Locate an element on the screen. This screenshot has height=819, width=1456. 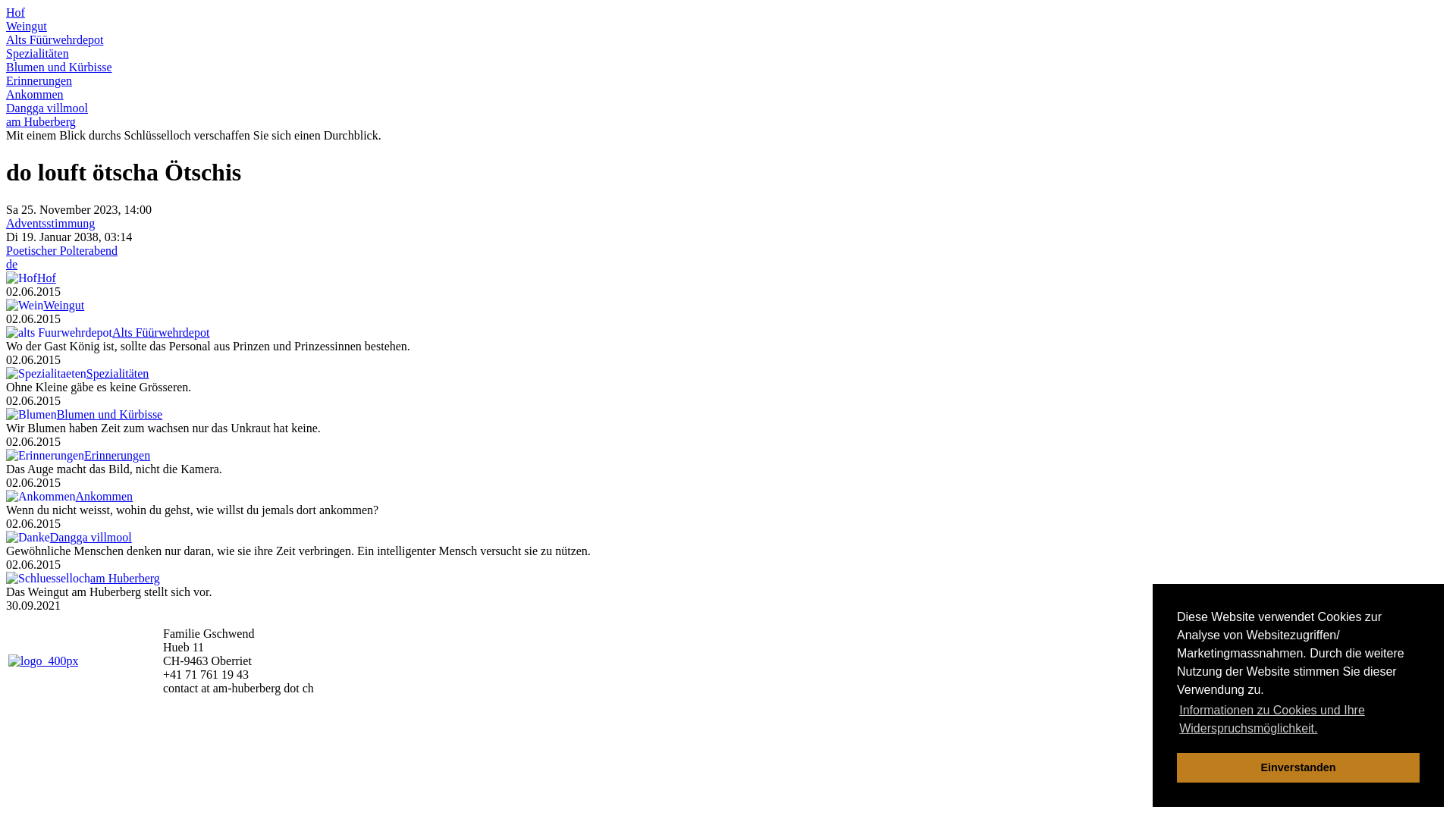
'Schluesselloch' is located at coordinates (48, 579).